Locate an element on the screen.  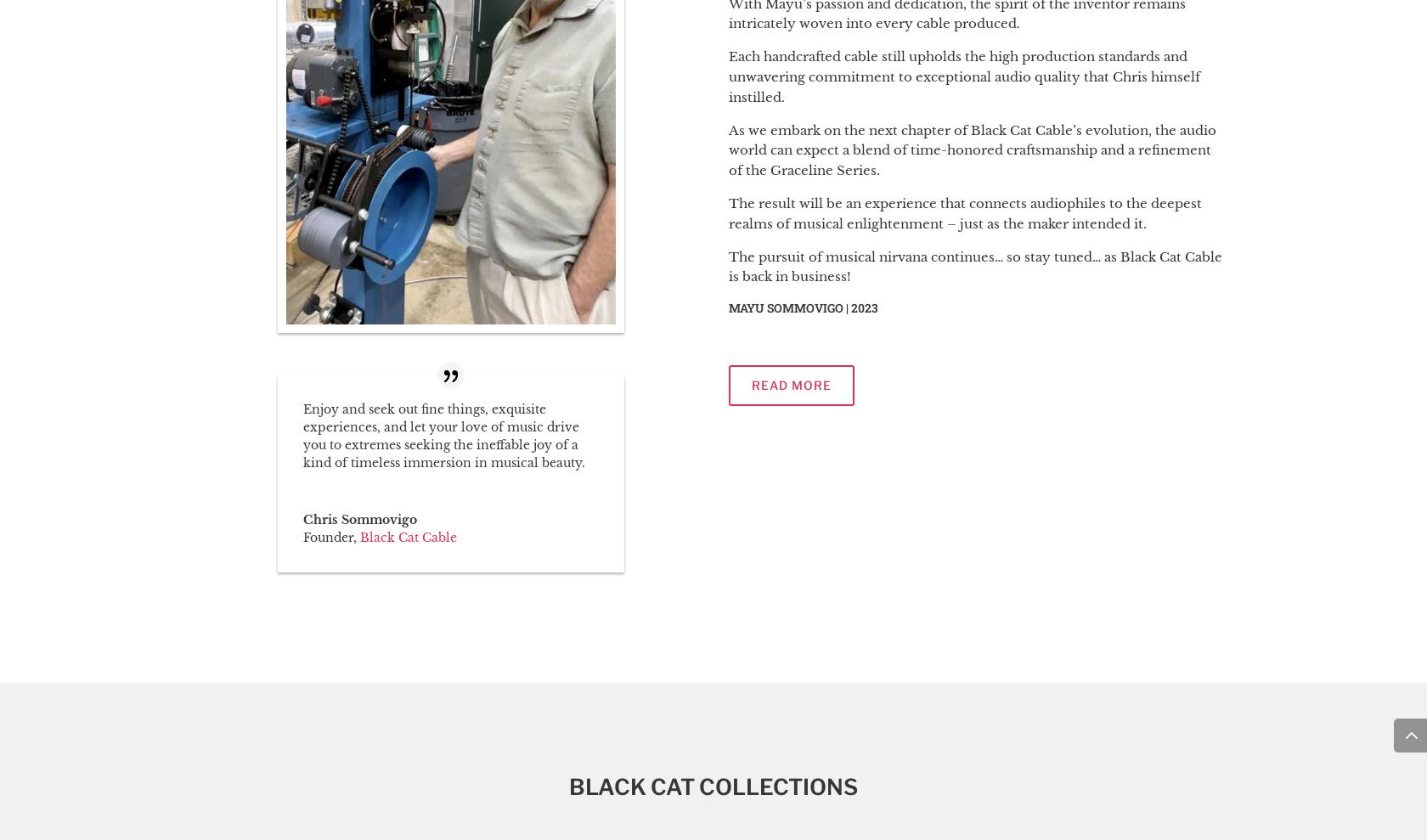
'Chris Sommovigo' is located at coordinates (303, 519).